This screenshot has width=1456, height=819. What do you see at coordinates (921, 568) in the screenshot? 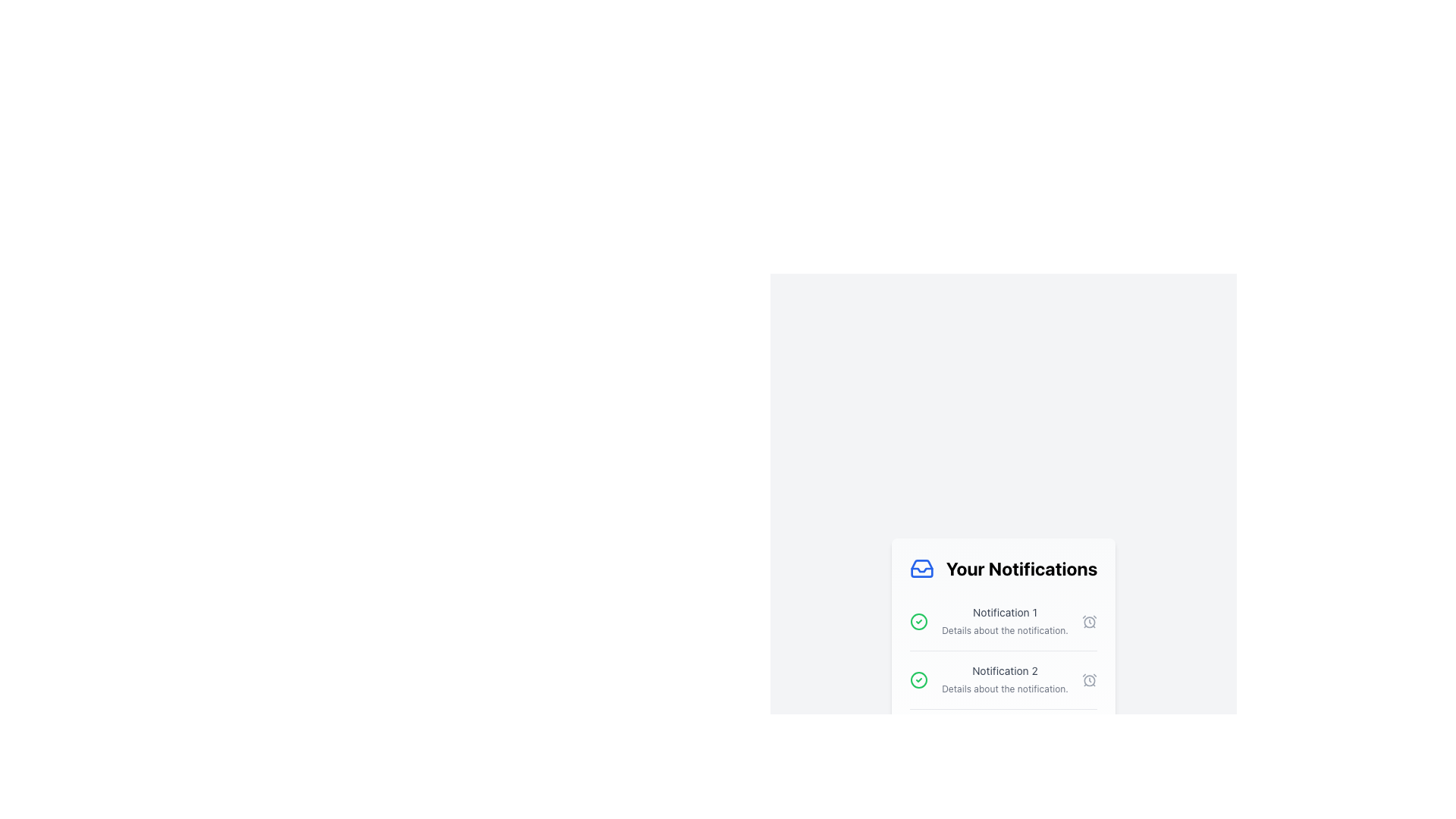
I see `the notification icon located to the left of the text 'Your Notifications'` at bounding box center [921, 568].